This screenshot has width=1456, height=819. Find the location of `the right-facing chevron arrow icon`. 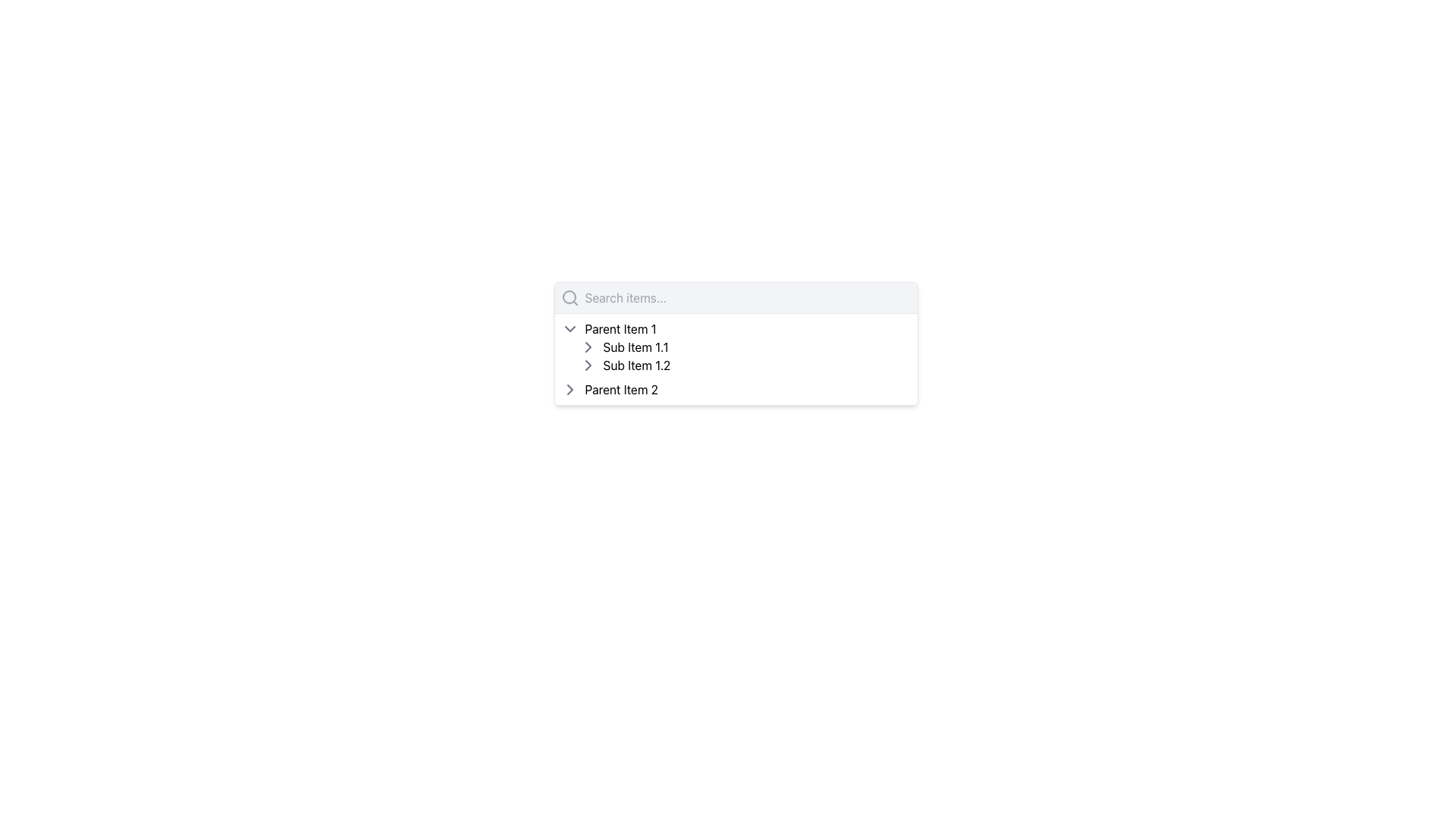

the right-facing chevron arrow icon is located at coordinates (587, 347).